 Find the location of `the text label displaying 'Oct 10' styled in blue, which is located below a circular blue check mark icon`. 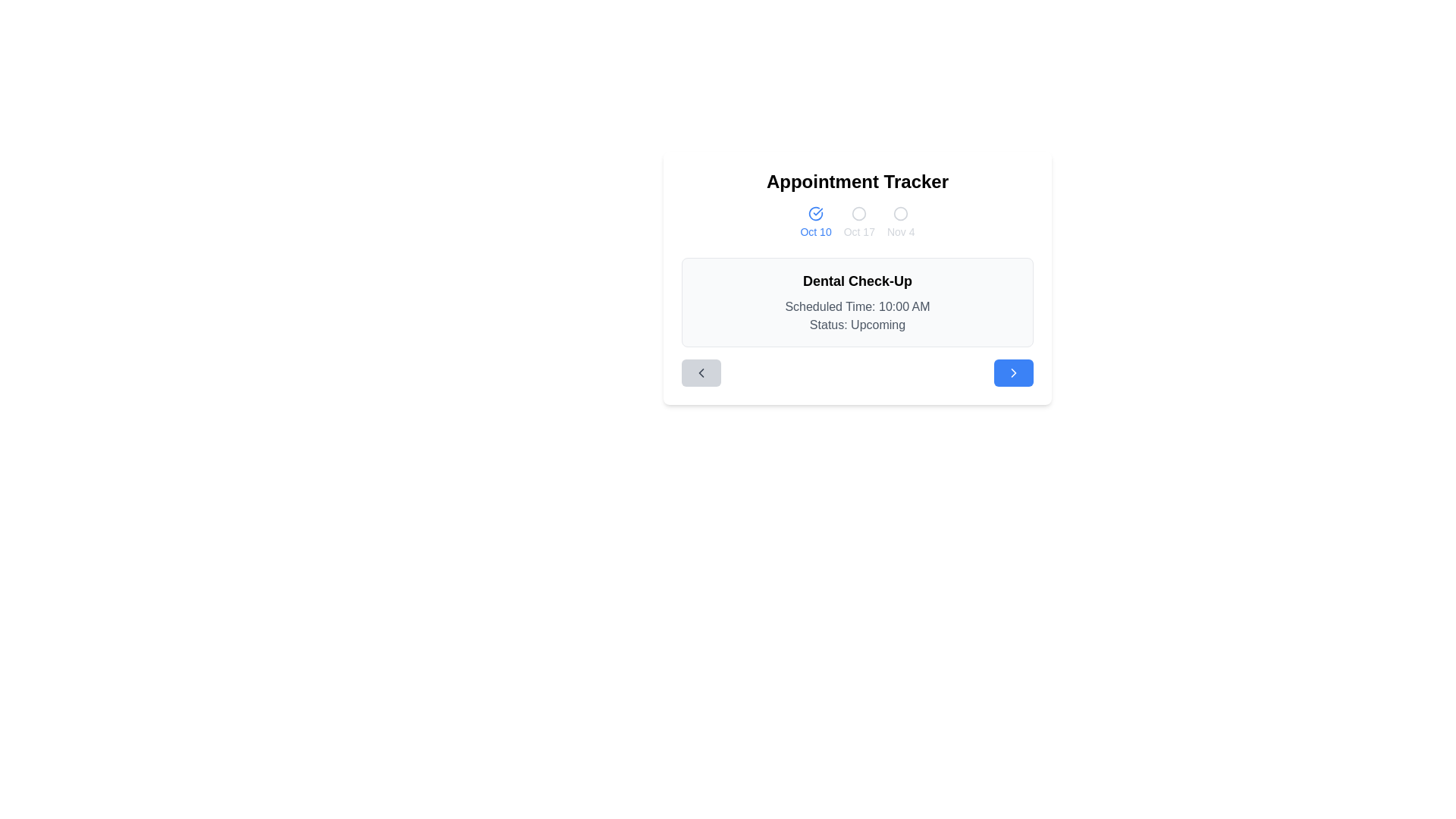

the text label displaying 'Oct 10' styled in blue, which is located below a circular blue check mark icon is located at coordinates (815, 231).